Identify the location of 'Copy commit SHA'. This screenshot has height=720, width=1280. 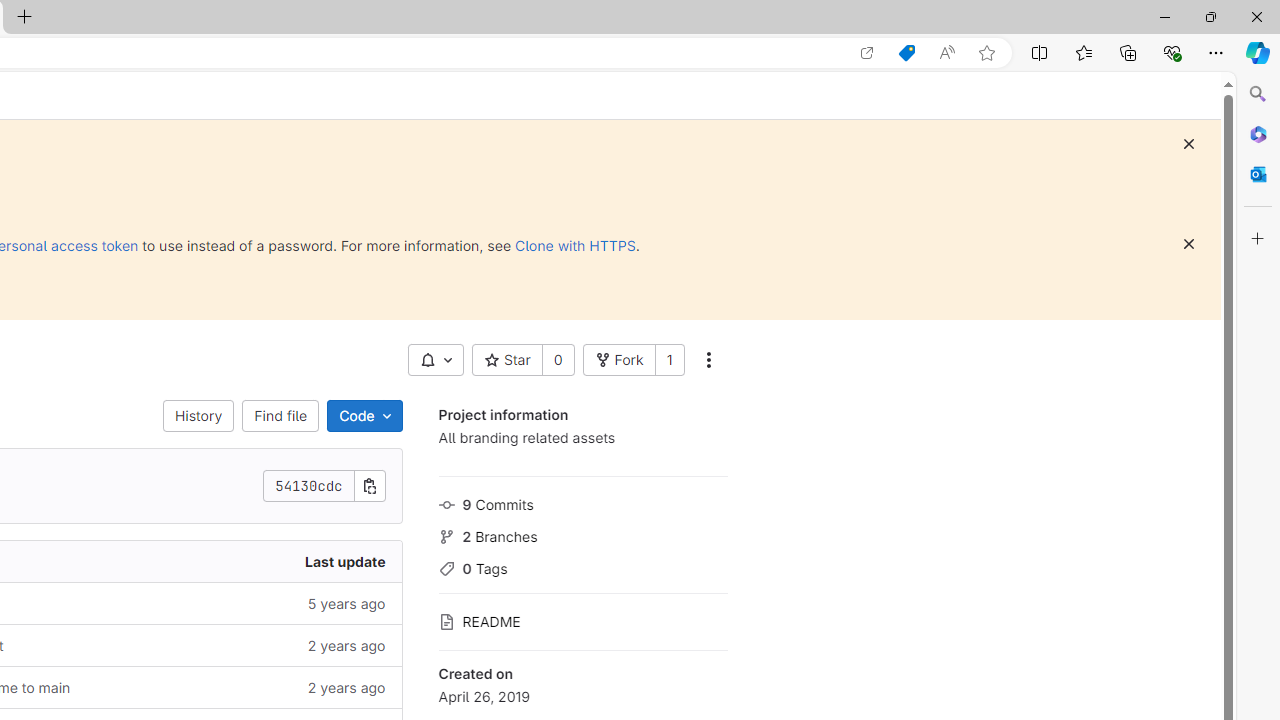
(369, 486).